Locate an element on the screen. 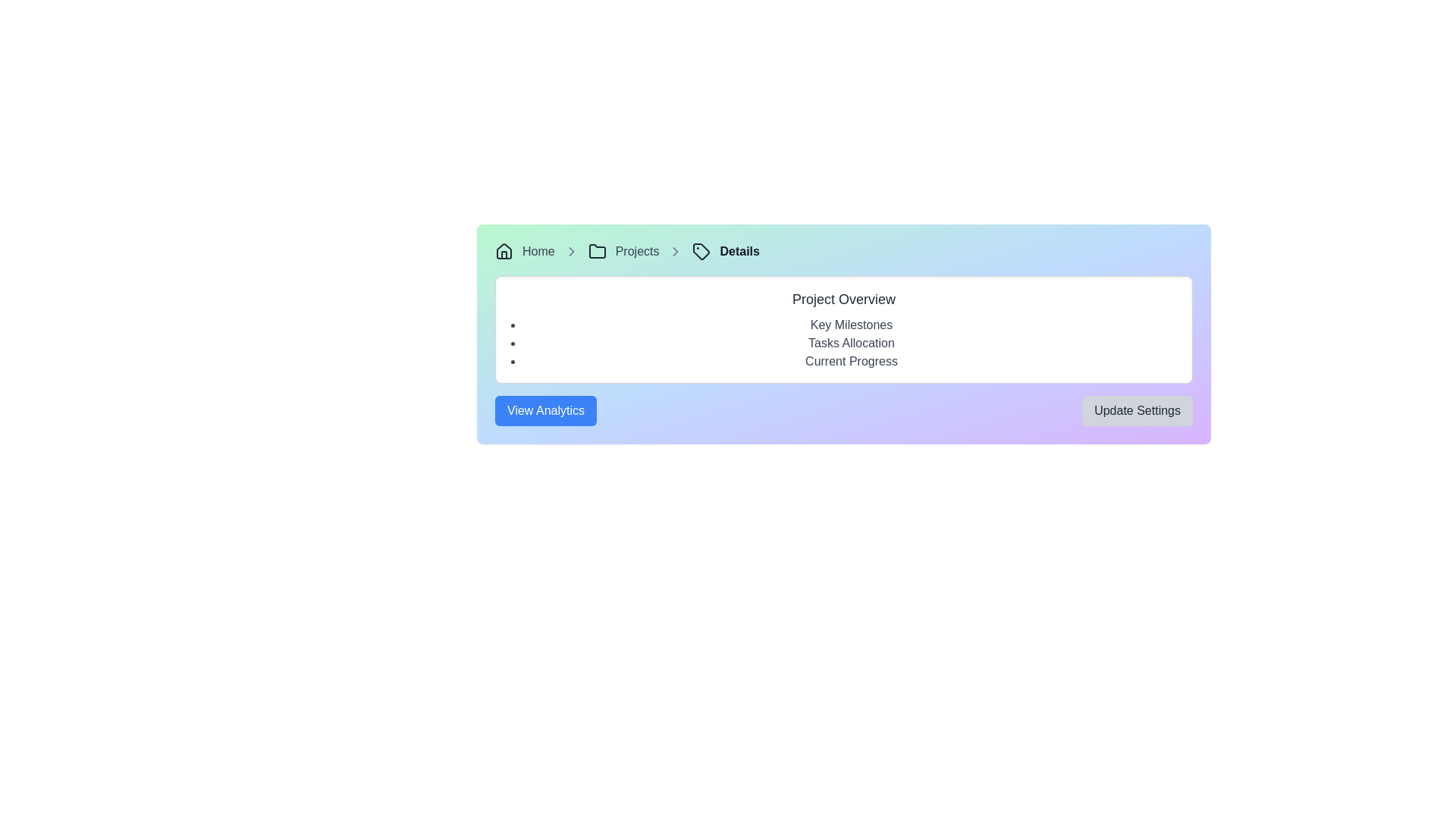 This screenshot has height=819, width=1456. the 'Home' text link located in the breadcrumb navigation is located at coordinates (538, 250).